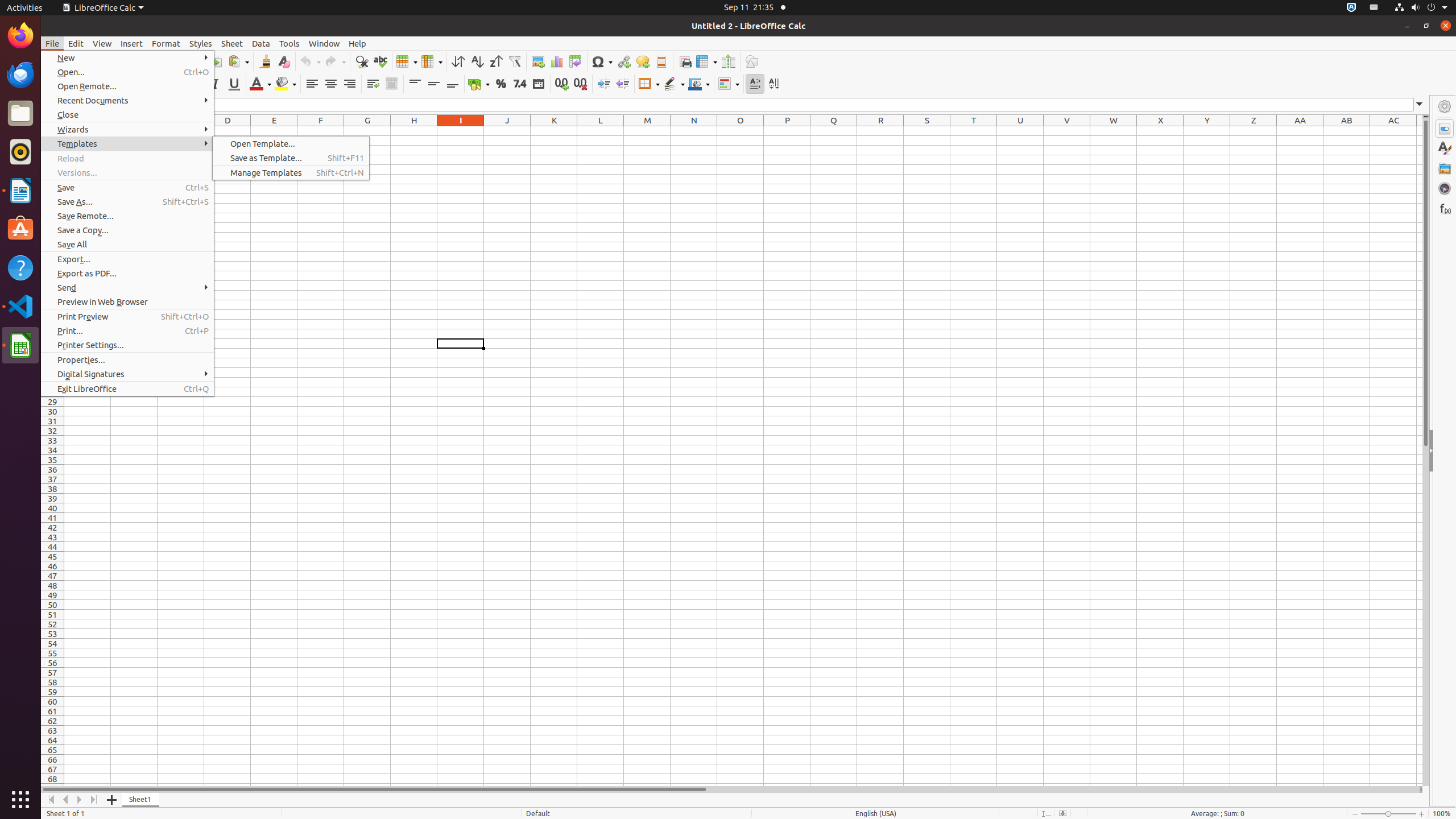 The width and height of the screenshot is (1456, 819). I want to click on 'Delete Decimal Place', so click(580, 83).